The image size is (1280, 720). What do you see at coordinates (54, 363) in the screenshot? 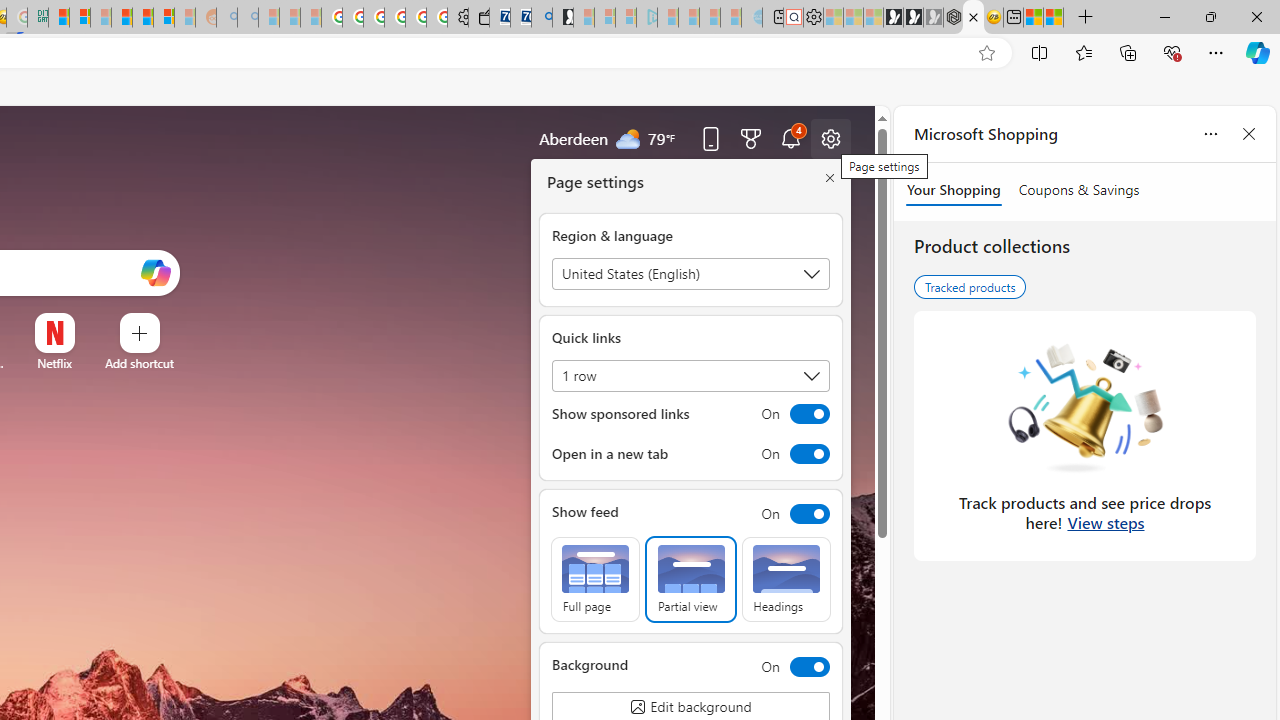
I see `'Netflix'` at bounding box center [54, 363].